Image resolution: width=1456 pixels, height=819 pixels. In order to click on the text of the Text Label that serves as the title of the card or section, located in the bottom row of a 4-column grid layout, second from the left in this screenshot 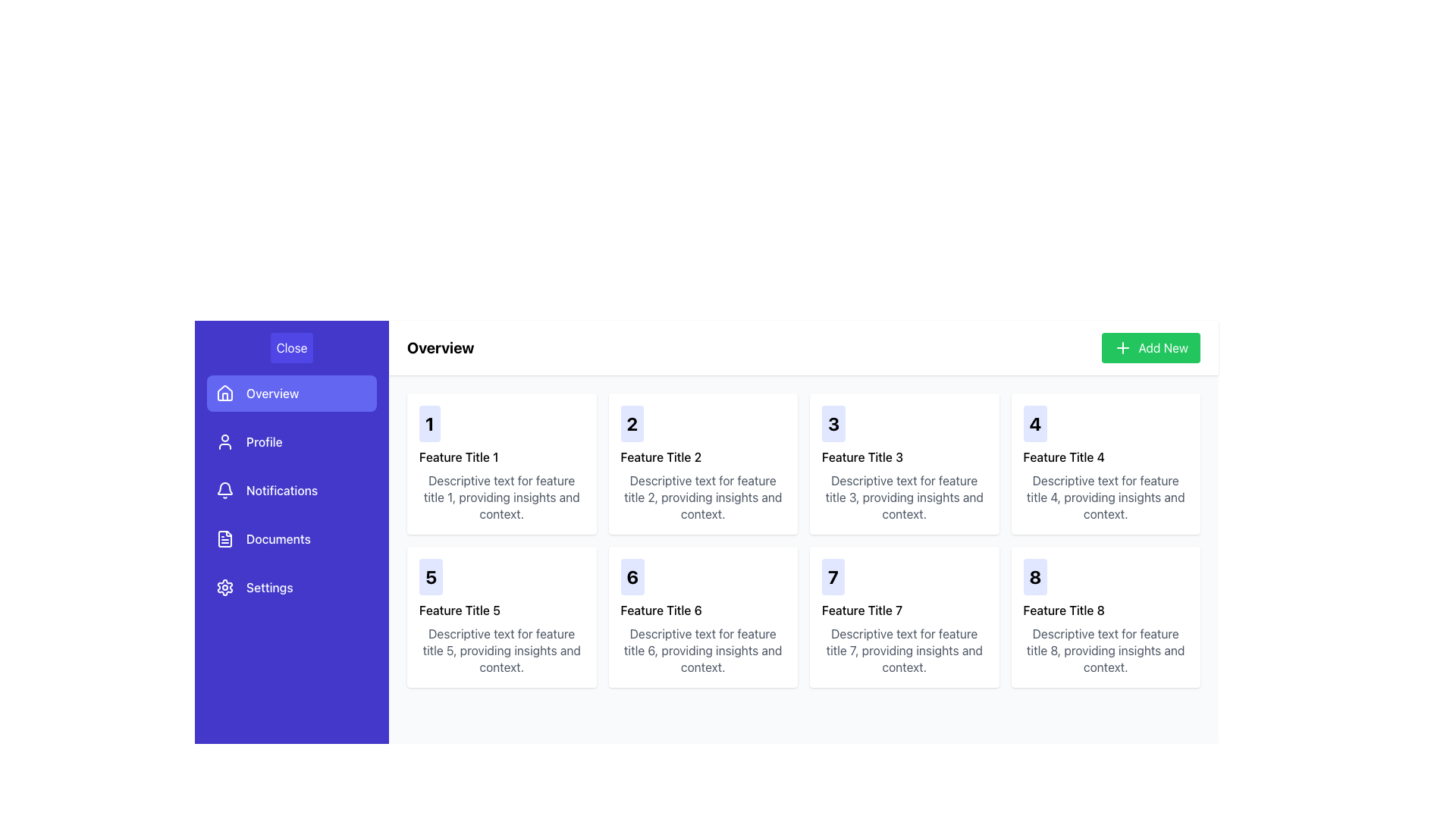, I will do `click(661, 610)`.